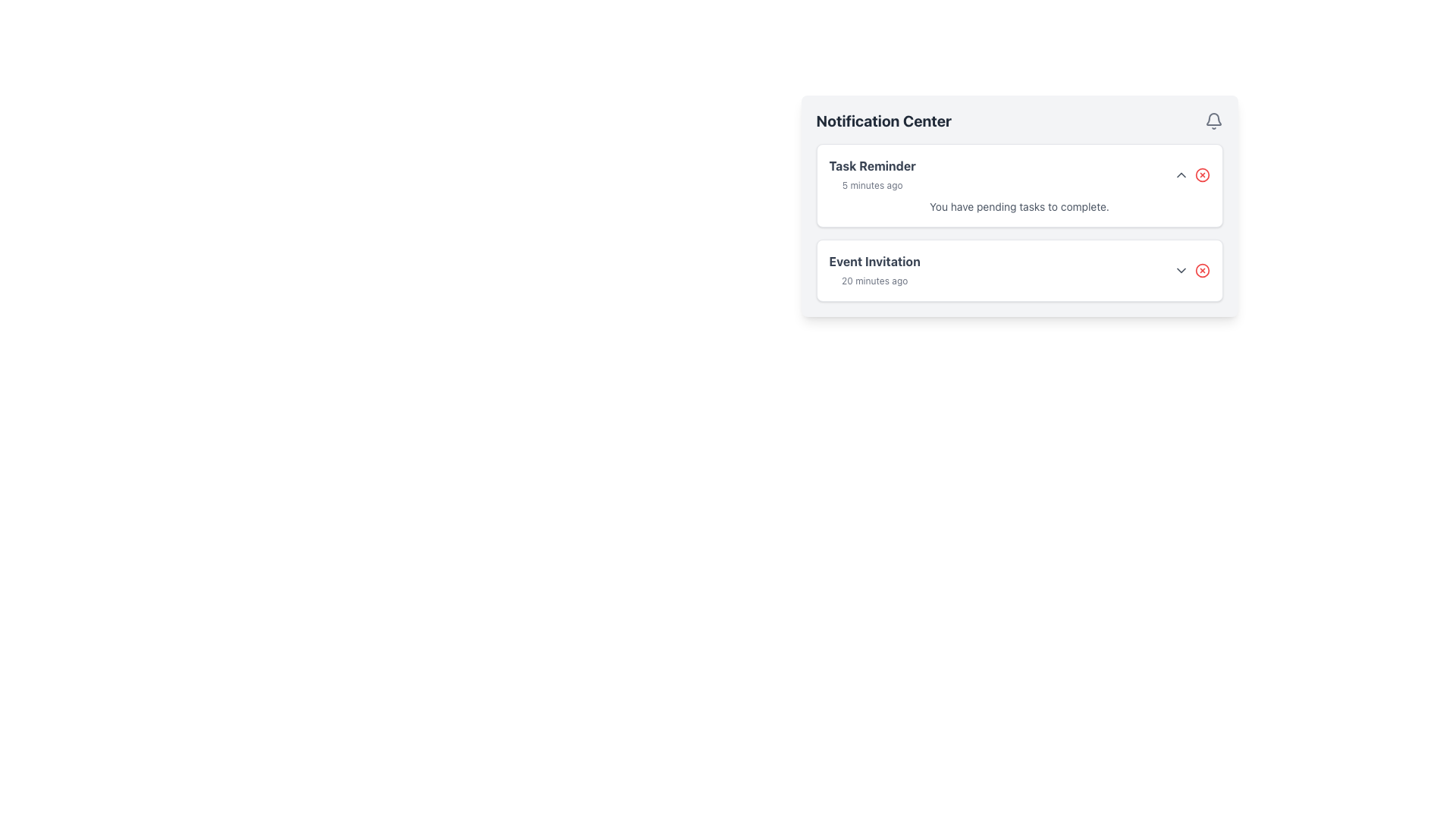 The image size is (1456, 819). What do you see at coordinates (872, 166) in the screenshot?
I see `text from the Text Label containing 'Task Reminder', which is styled in bold and gray color, located in the top-right section of the notification panel` at bounding box center [872, 166].